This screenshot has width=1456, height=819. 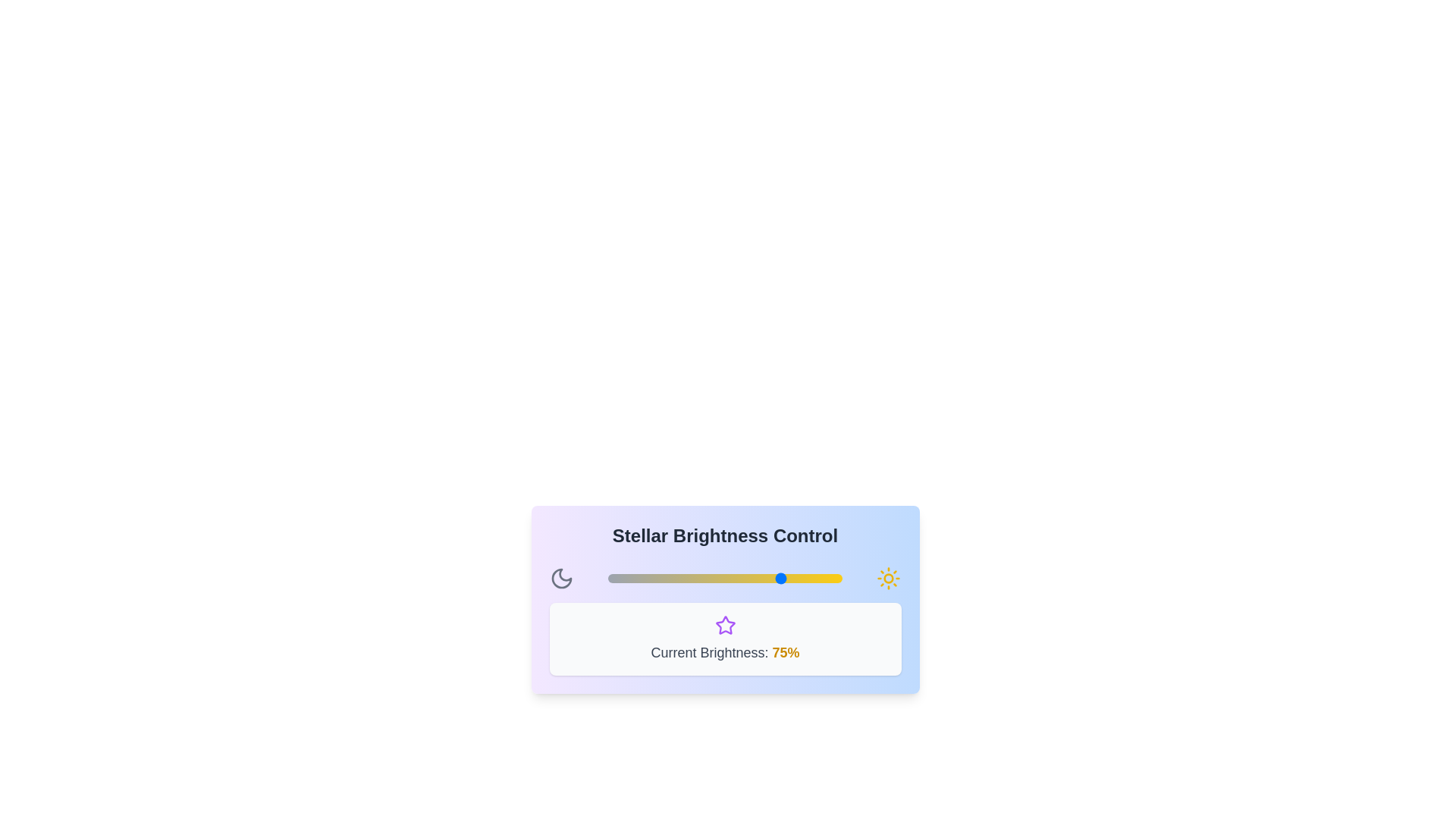 I want to click on the slider to set the brightness to 11%, so click(x=633, y=579).